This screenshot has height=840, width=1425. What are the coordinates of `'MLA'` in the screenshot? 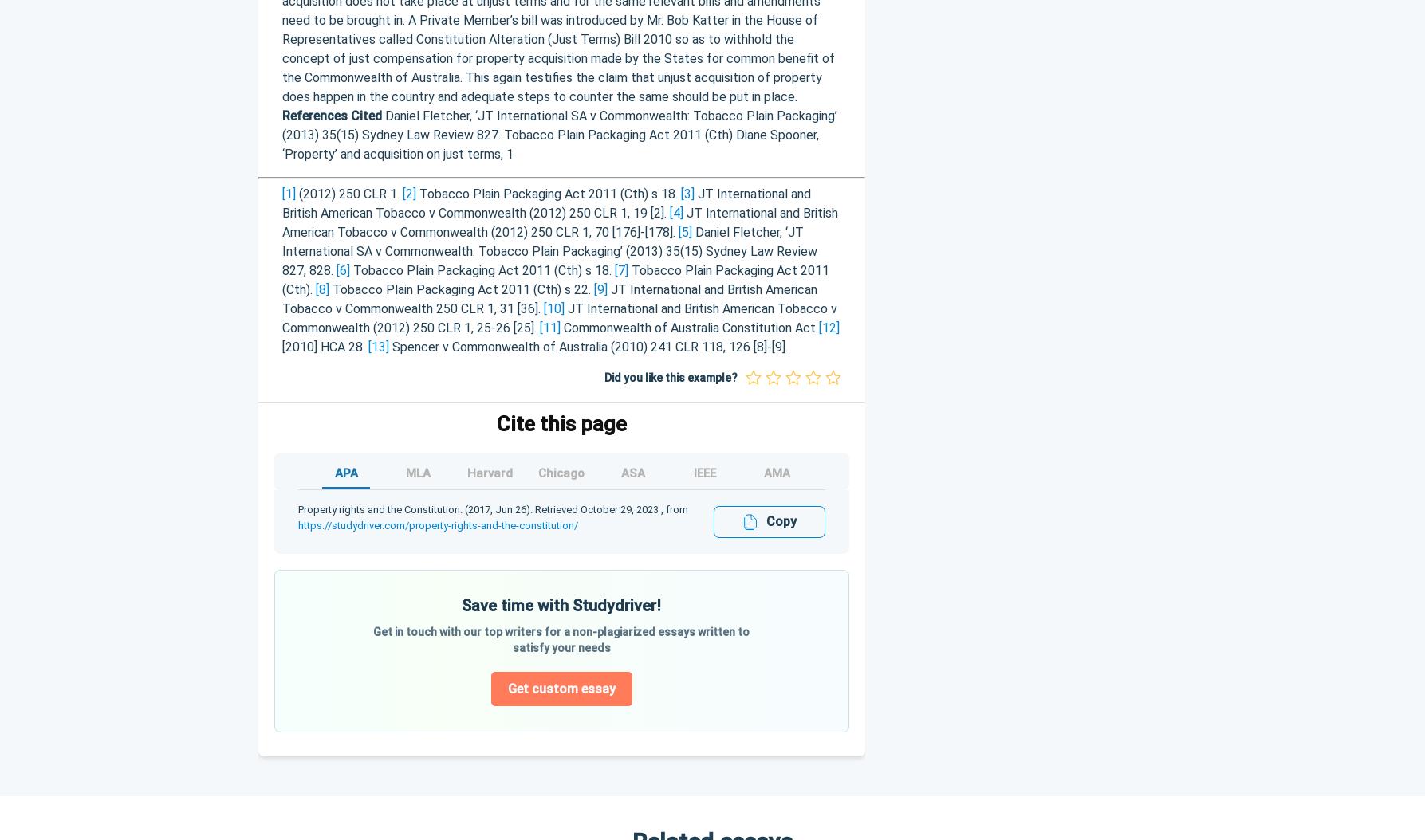 It's located at (417, 473).